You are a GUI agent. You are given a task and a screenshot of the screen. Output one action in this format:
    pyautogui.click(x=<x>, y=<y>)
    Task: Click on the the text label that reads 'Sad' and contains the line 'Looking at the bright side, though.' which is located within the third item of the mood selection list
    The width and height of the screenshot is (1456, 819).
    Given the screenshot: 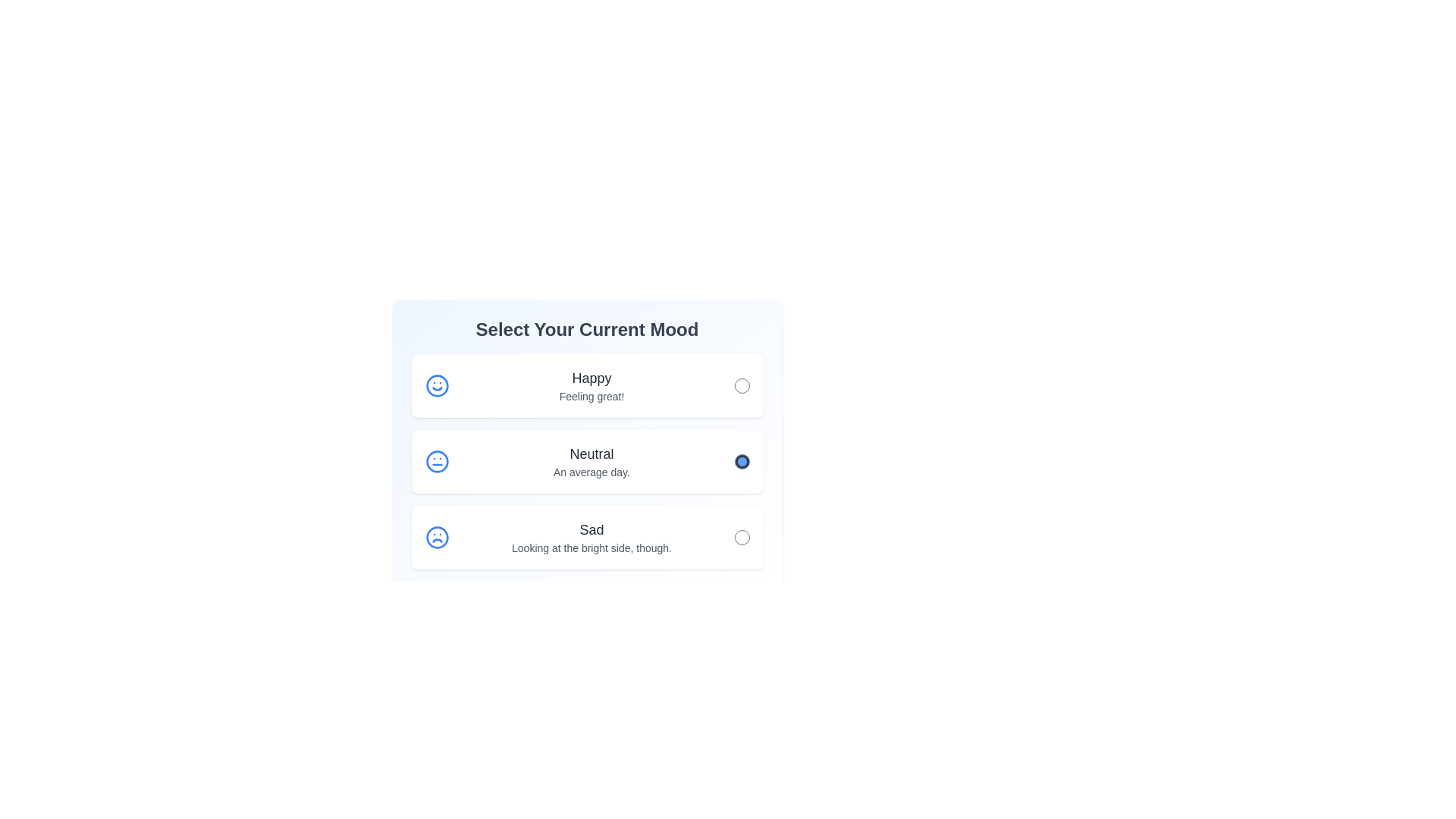 What is the action you would take?
    pyautogui.click(x=591, y=537)
    